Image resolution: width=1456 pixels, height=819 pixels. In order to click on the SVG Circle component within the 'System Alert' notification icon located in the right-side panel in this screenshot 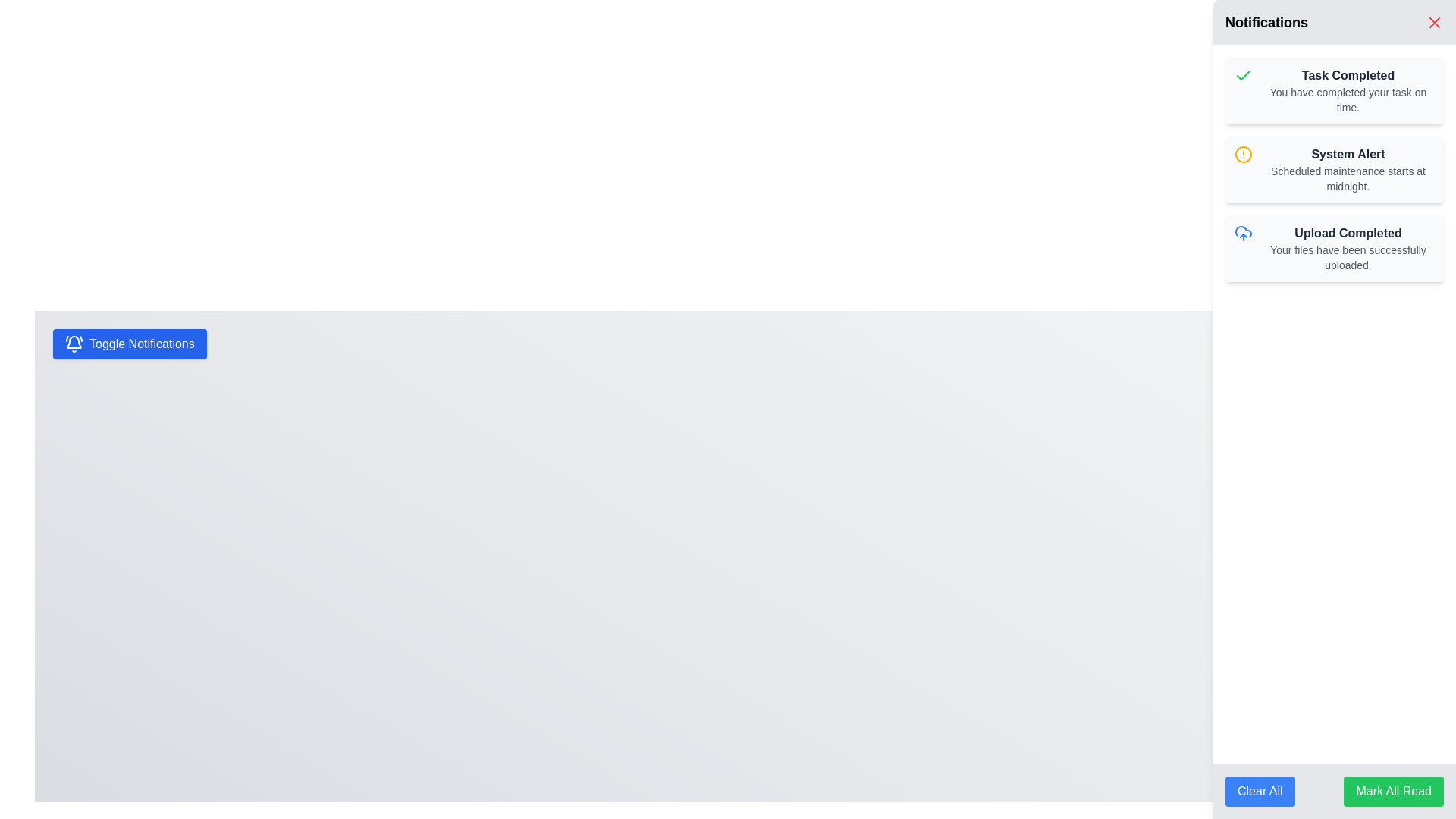, I will do `click(1244, 155)`.